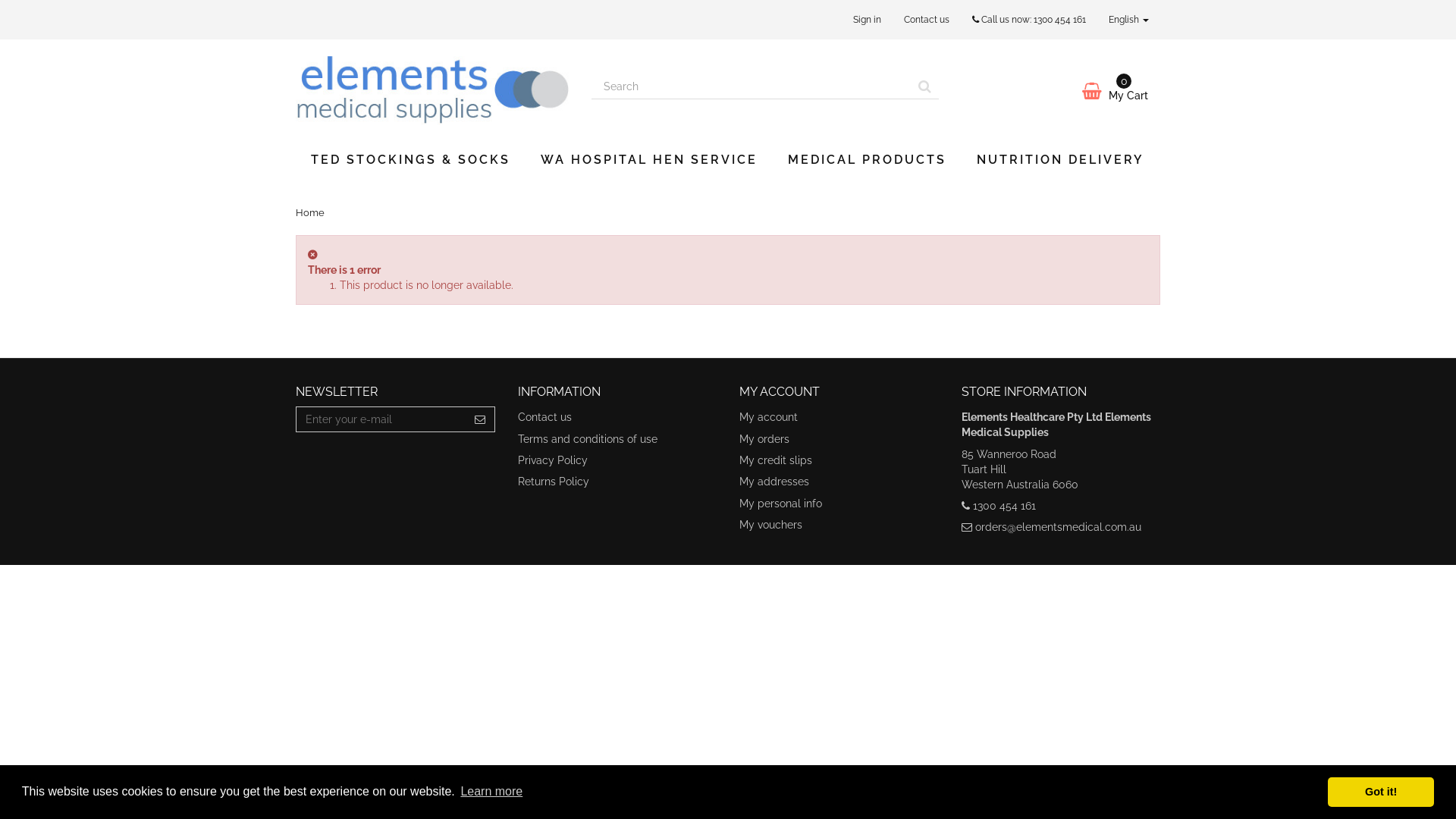 This screenshot has width=1456, height=819. Describe the element at coordinates (1059, 160) in the screenshot. I see `'NUTRITION DELIVERY'` at that location.